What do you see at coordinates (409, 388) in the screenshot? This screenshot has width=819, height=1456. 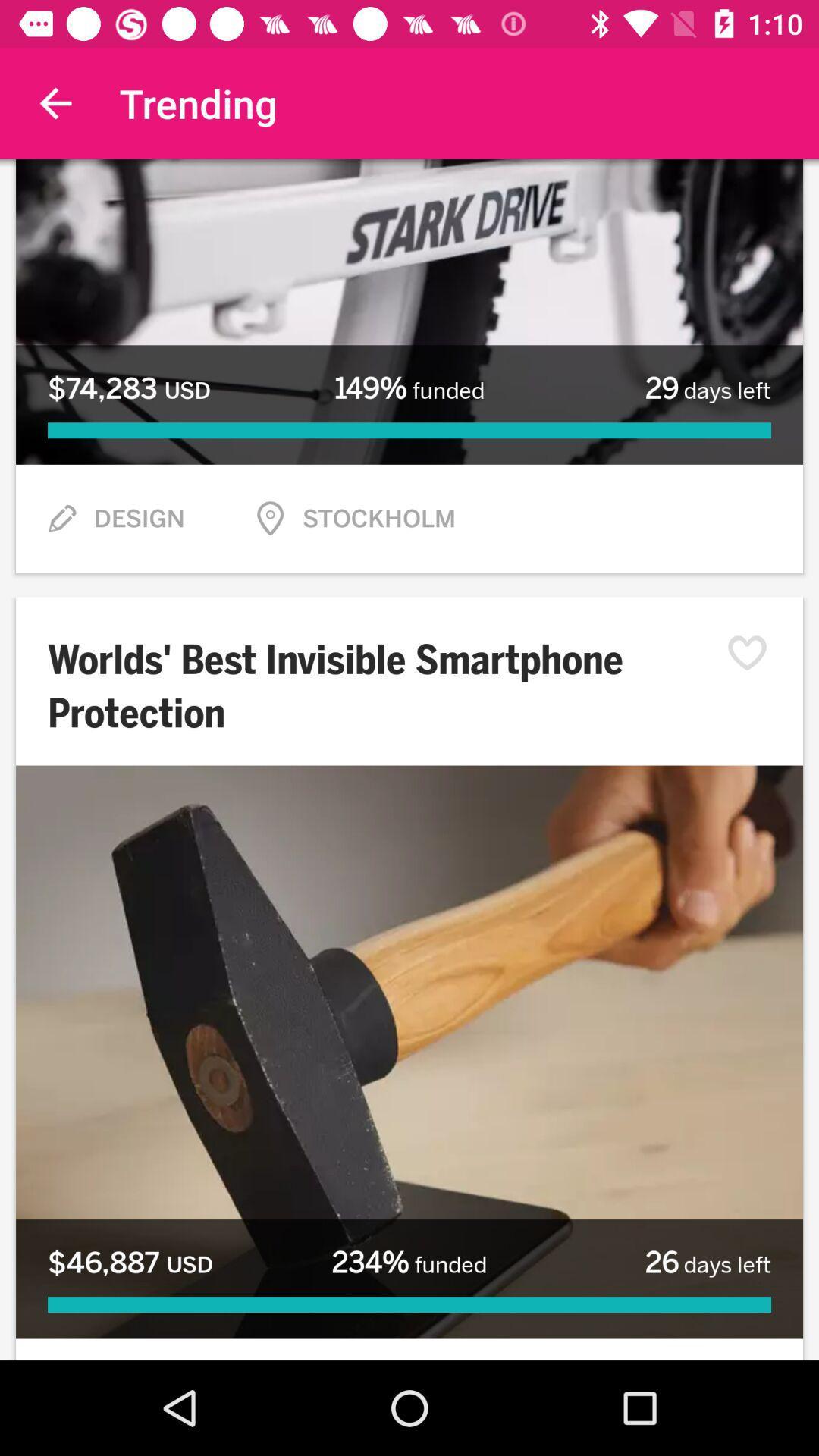 I see `item to the left of 29 days left icon` at bounding box center [409, 388].